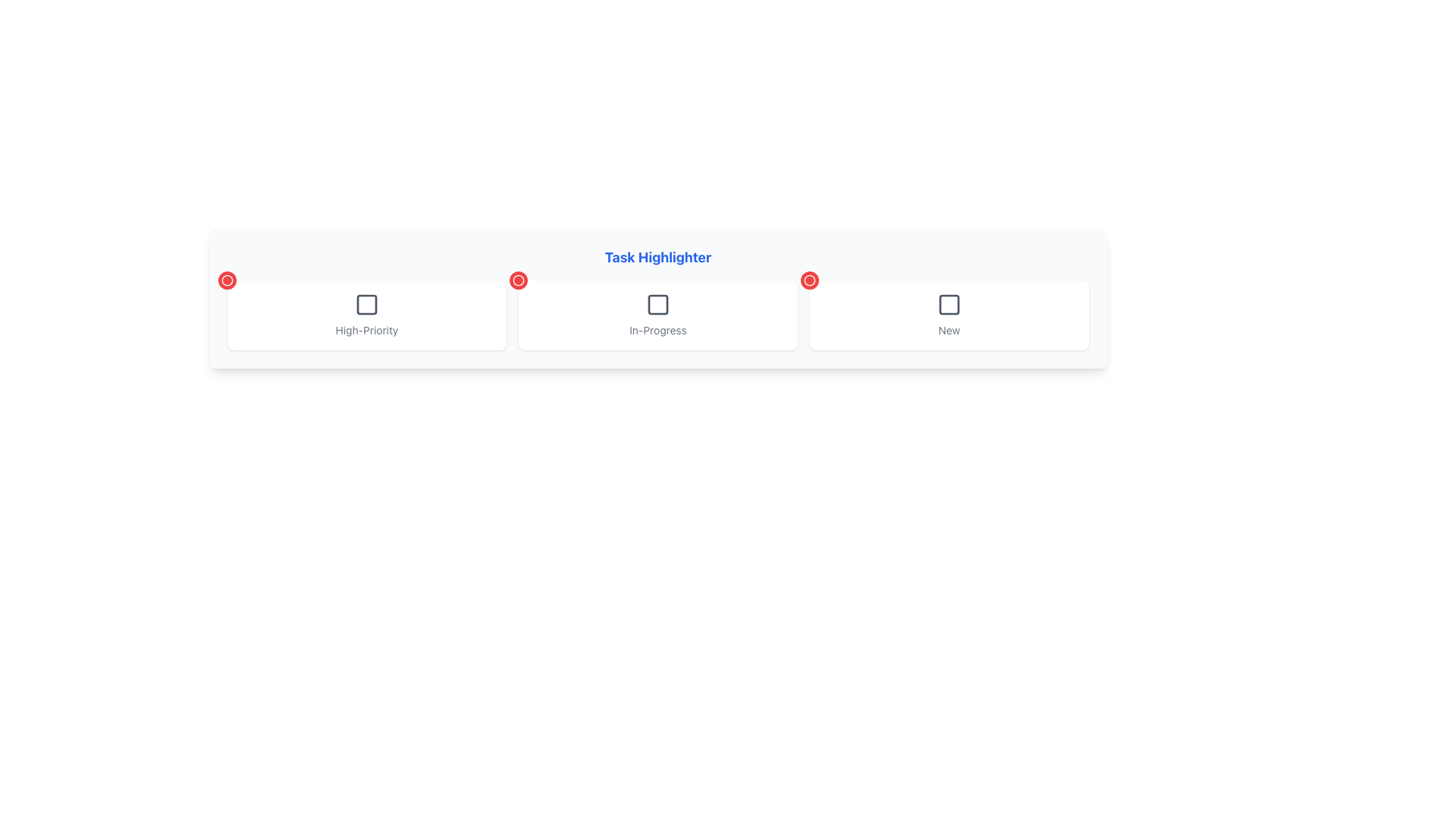 This screenshot has height=819, width=1456. Describe the element at coordinates (367, 304) in the screenshot. I see `the 'High-Priority' state indicator icon located in the first card of a three-card layout, which is centered within the card` at that location.